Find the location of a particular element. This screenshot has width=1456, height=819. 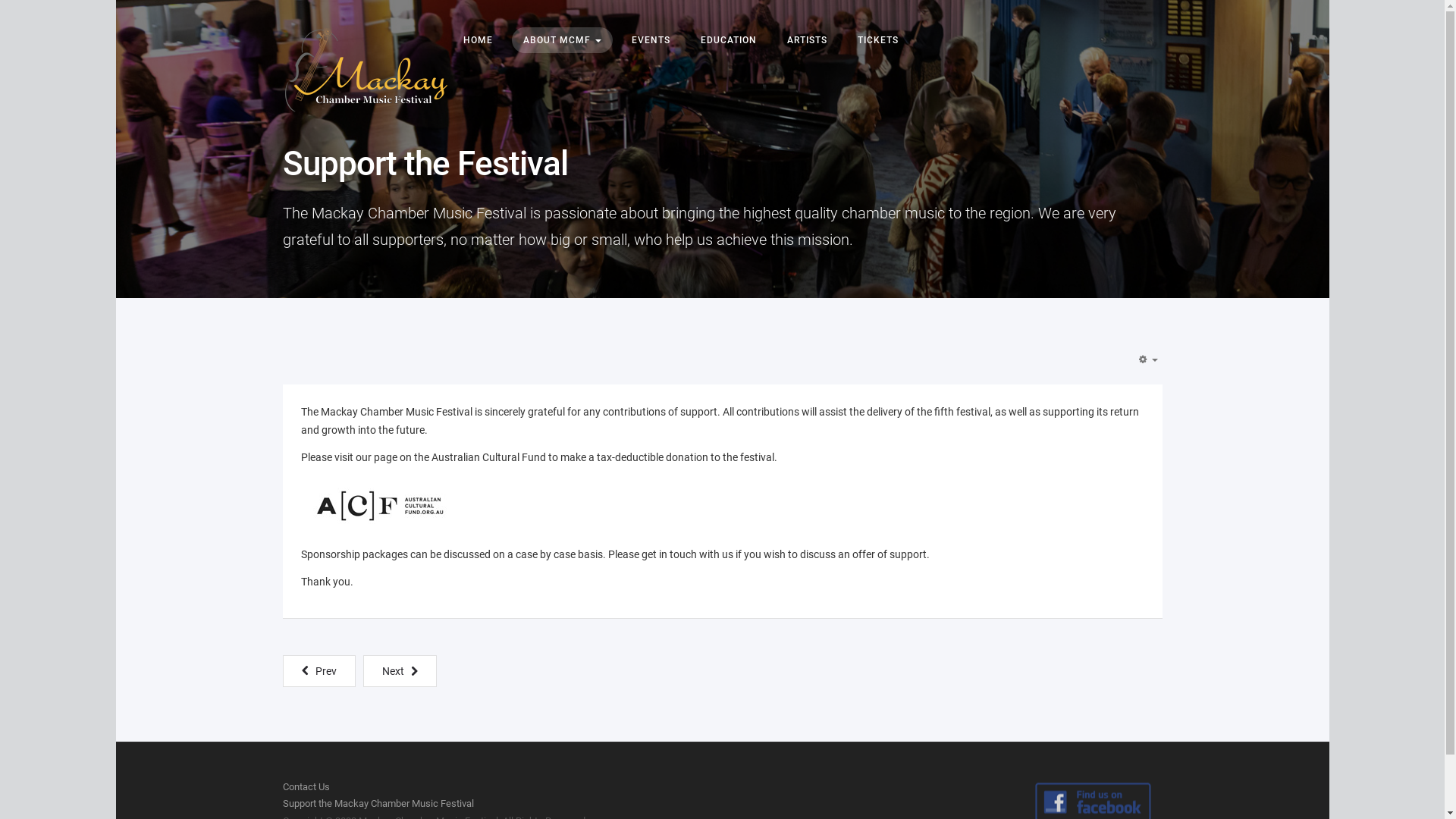

'ABOUT MCMF' is located at coordinates (510, 39).